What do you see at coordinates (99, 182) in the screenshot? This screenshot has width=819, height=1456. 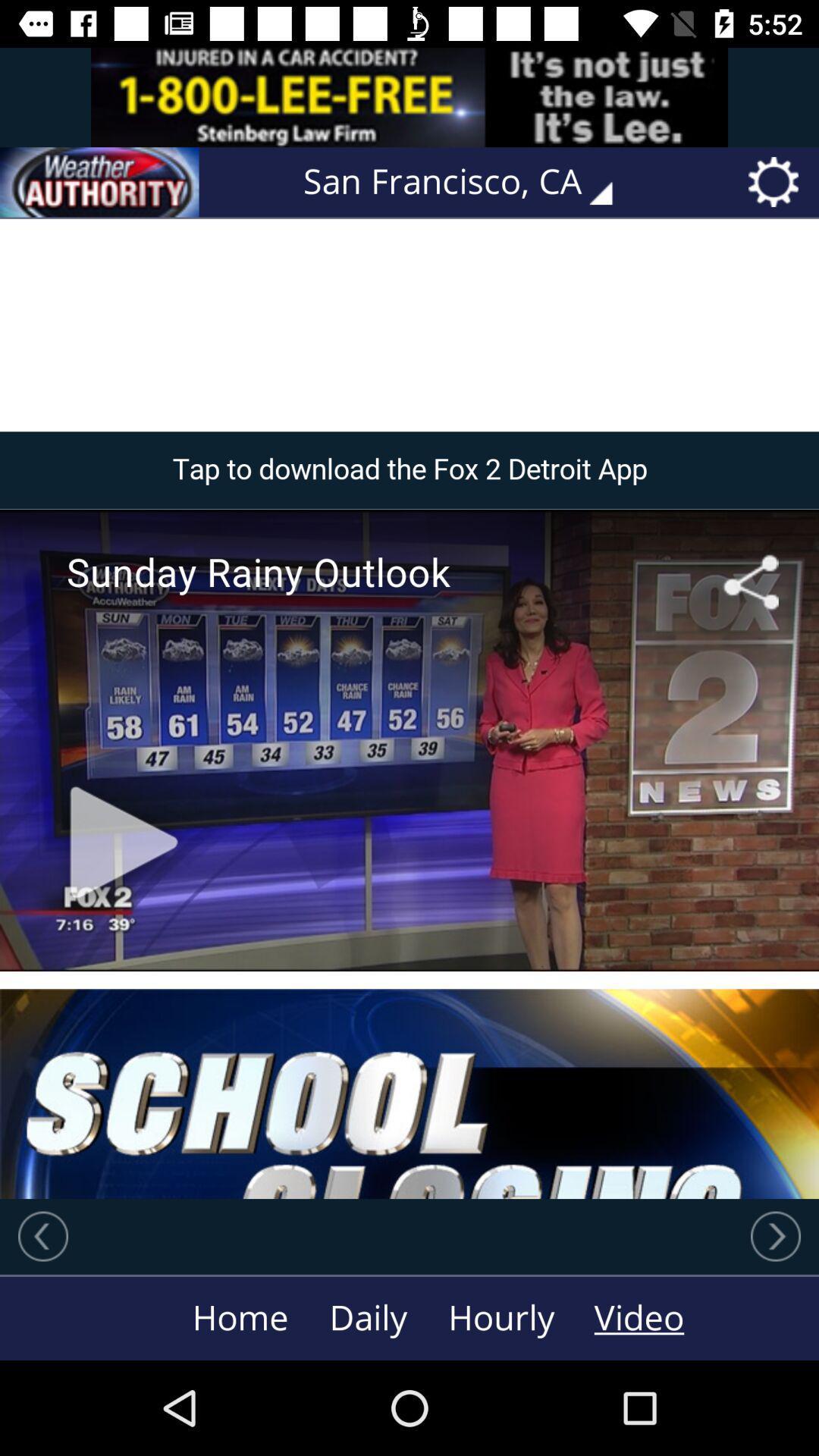 I see `weather button` at bounding box center [99, 182].